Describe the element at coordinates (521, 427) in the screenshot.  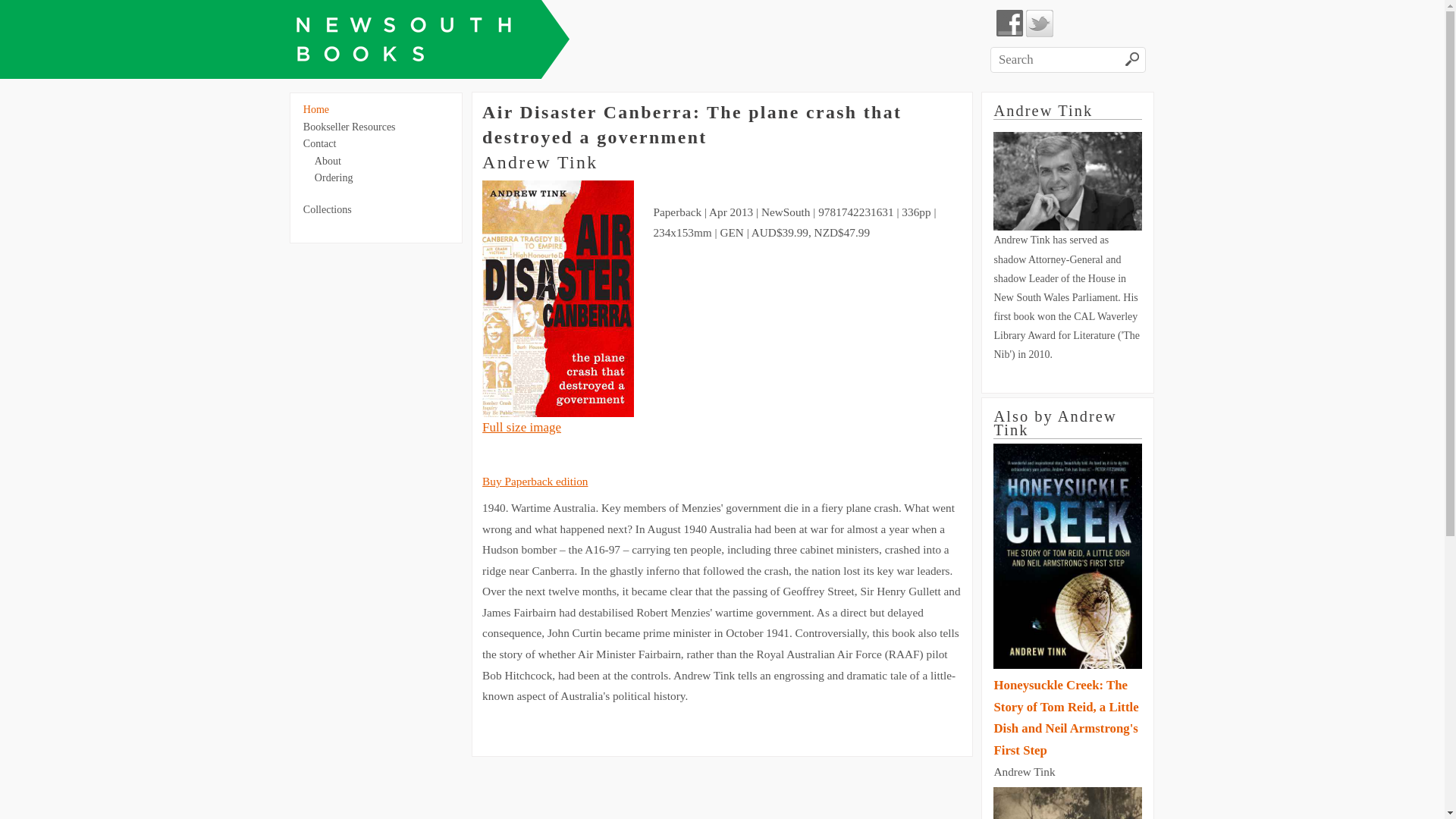
I see `'Full size image'` at that location.